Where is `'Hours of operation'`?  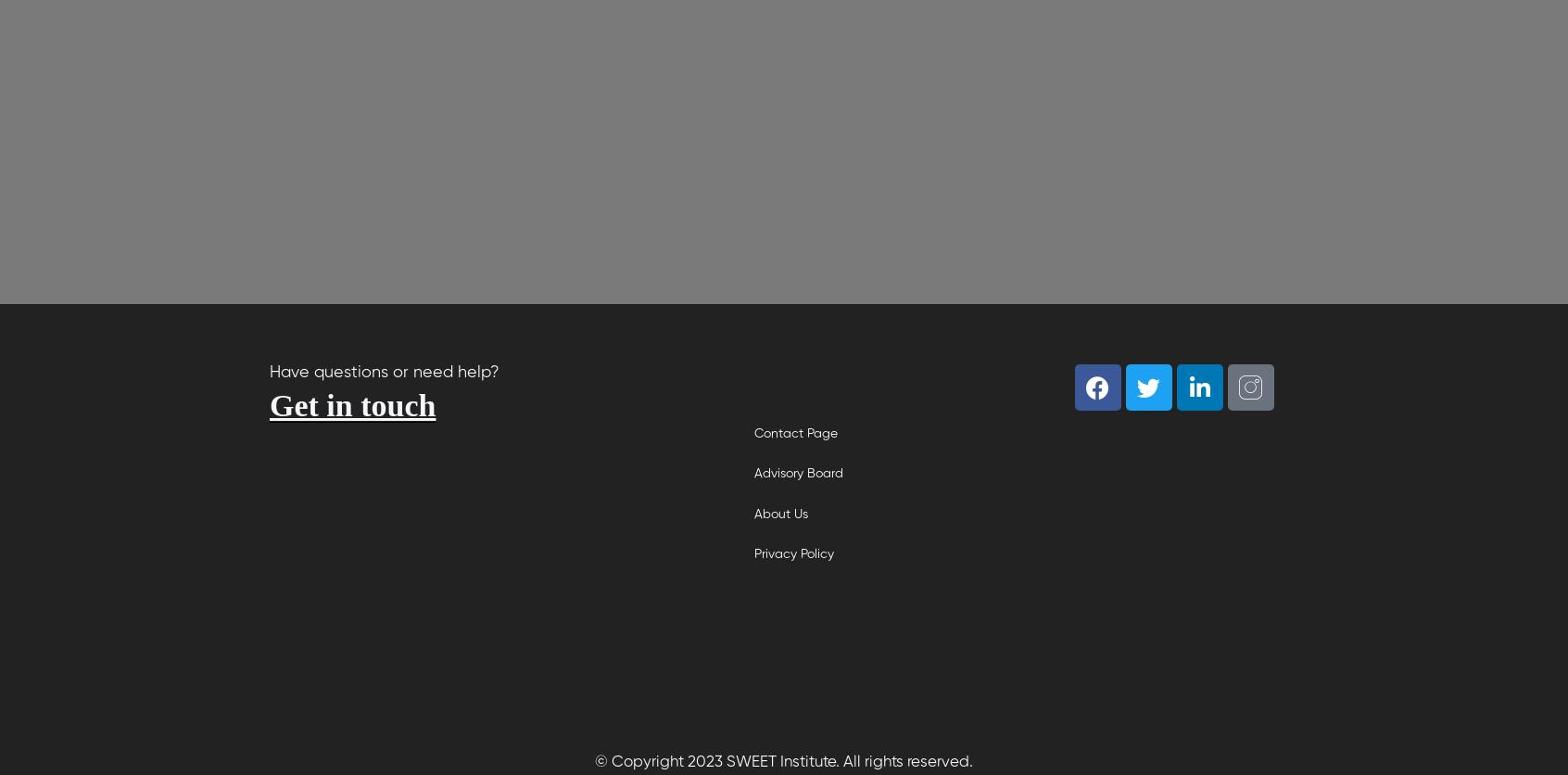
'Hours of operation' is located at coordinates (389, 618).